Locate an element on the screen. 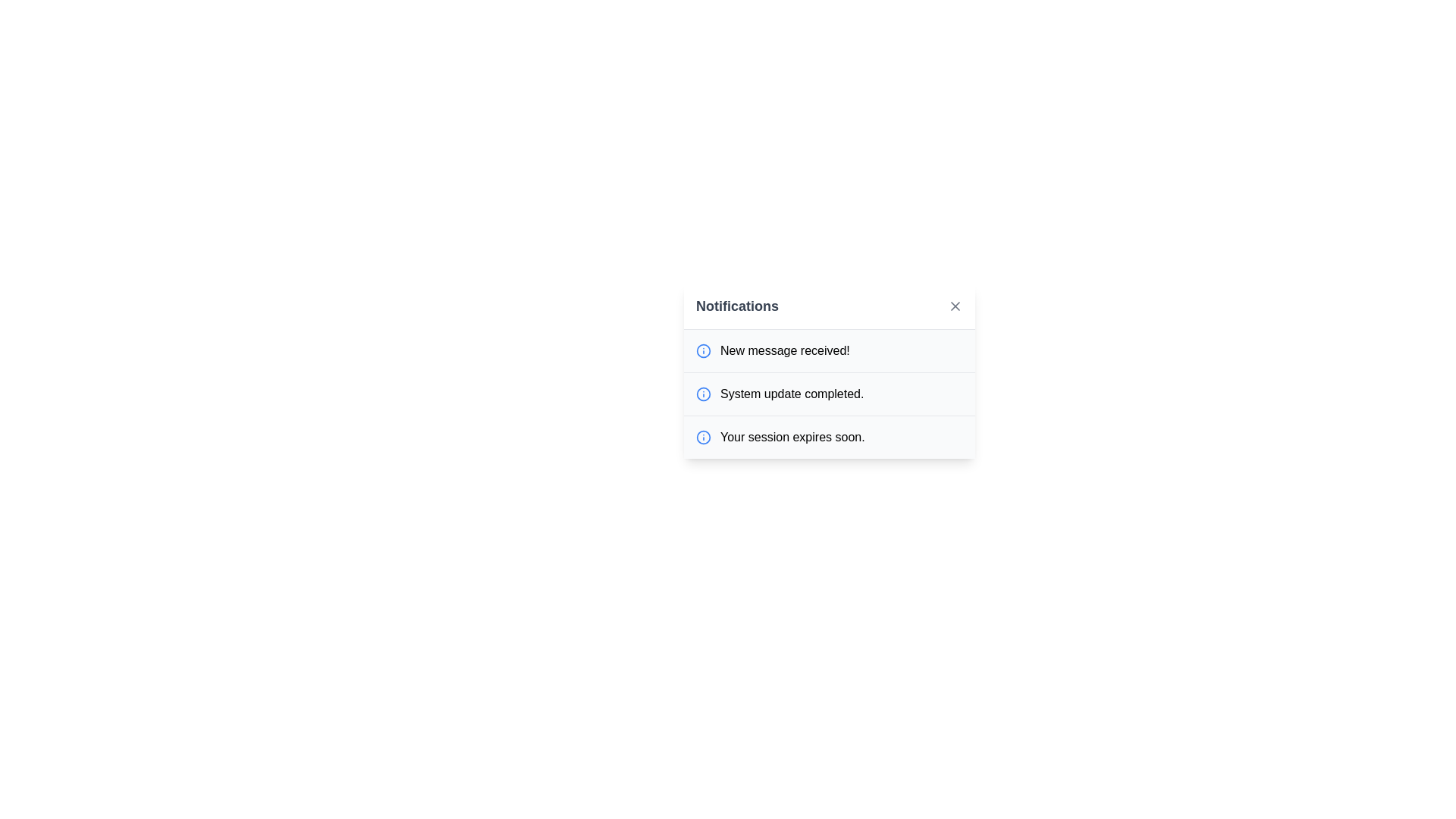 The image size is (1456, 819). notification message displayed in the third position of the vertically stacked list of notifications, indicating that the user's session will expire soon is located at coordinates (792, 438).